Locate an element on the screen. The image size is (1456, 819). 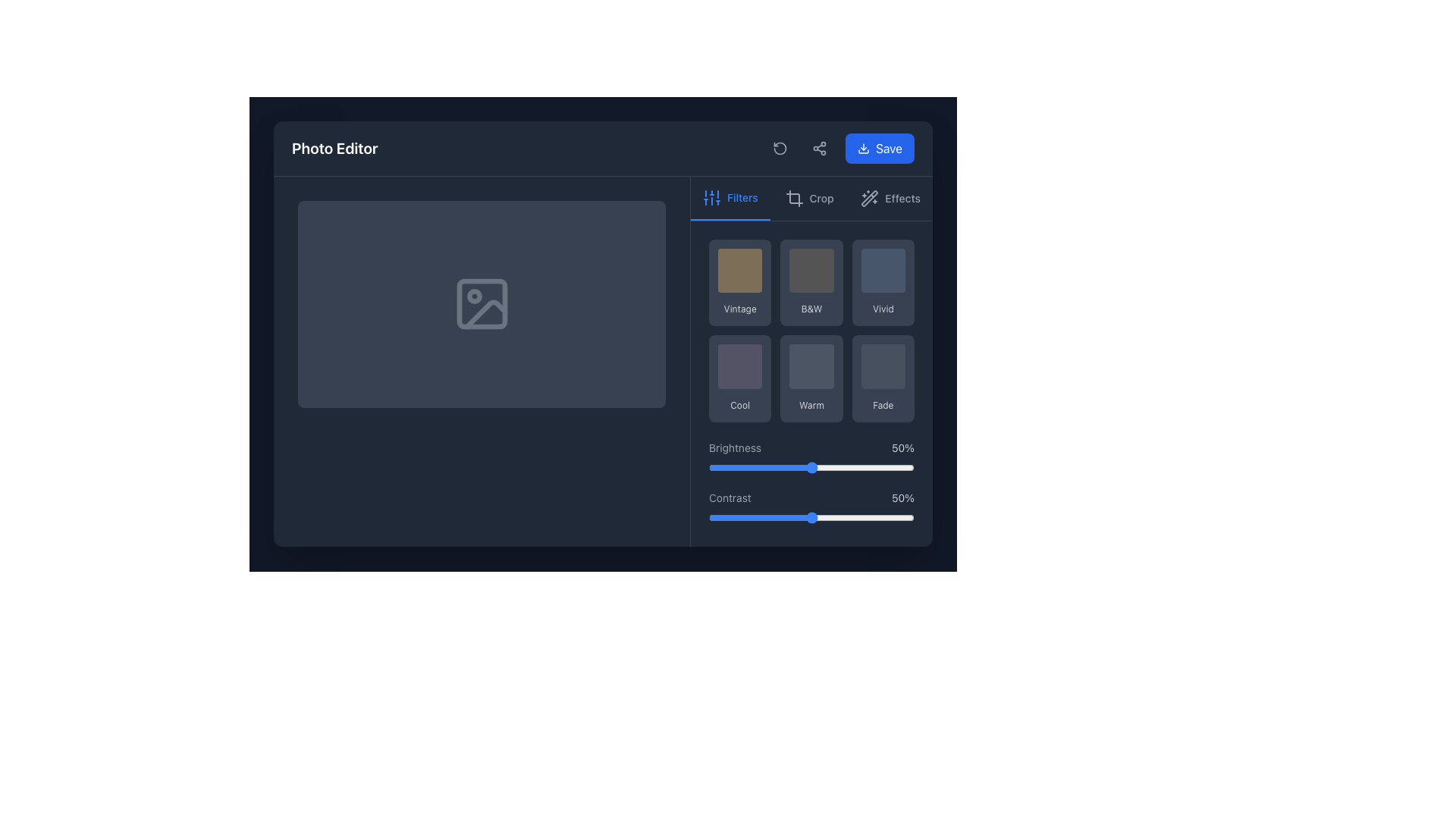
the gray square-shaped tile with rounded corners located in the 'Fade' option group to apply the filter is located at coordinates (883, 366).